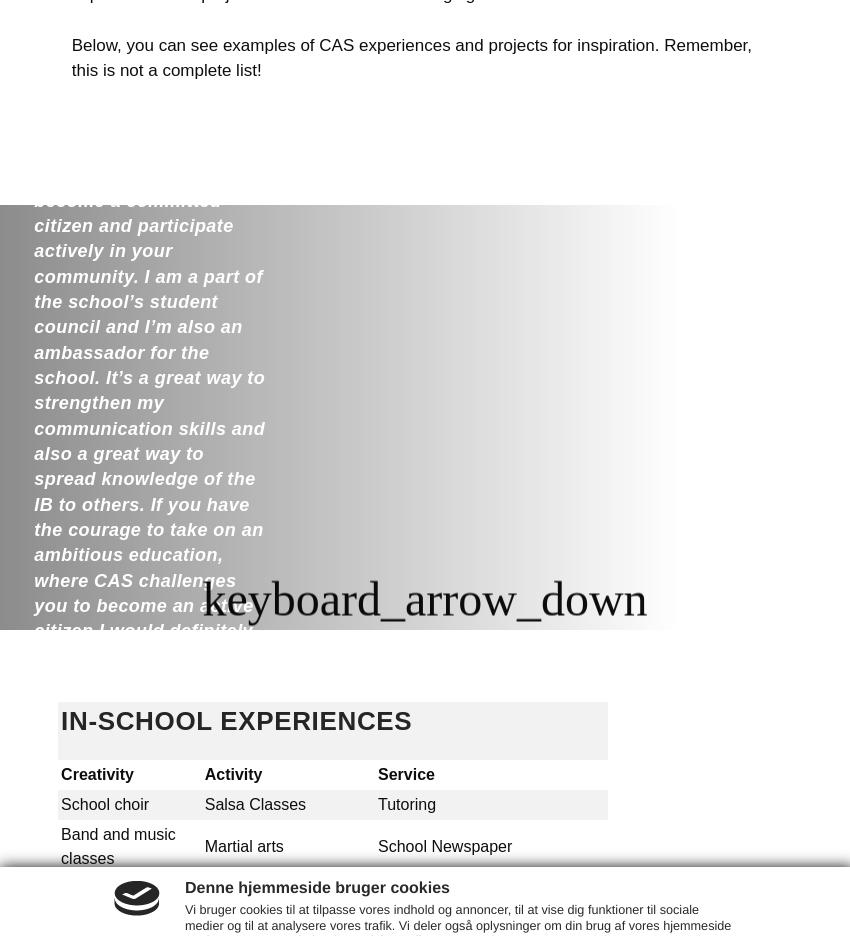 The image size is (850, 936). What do you see at coordinates (102, 887) in the screenshot?
I see `'Debate club'` at bounding box center [102, 887].